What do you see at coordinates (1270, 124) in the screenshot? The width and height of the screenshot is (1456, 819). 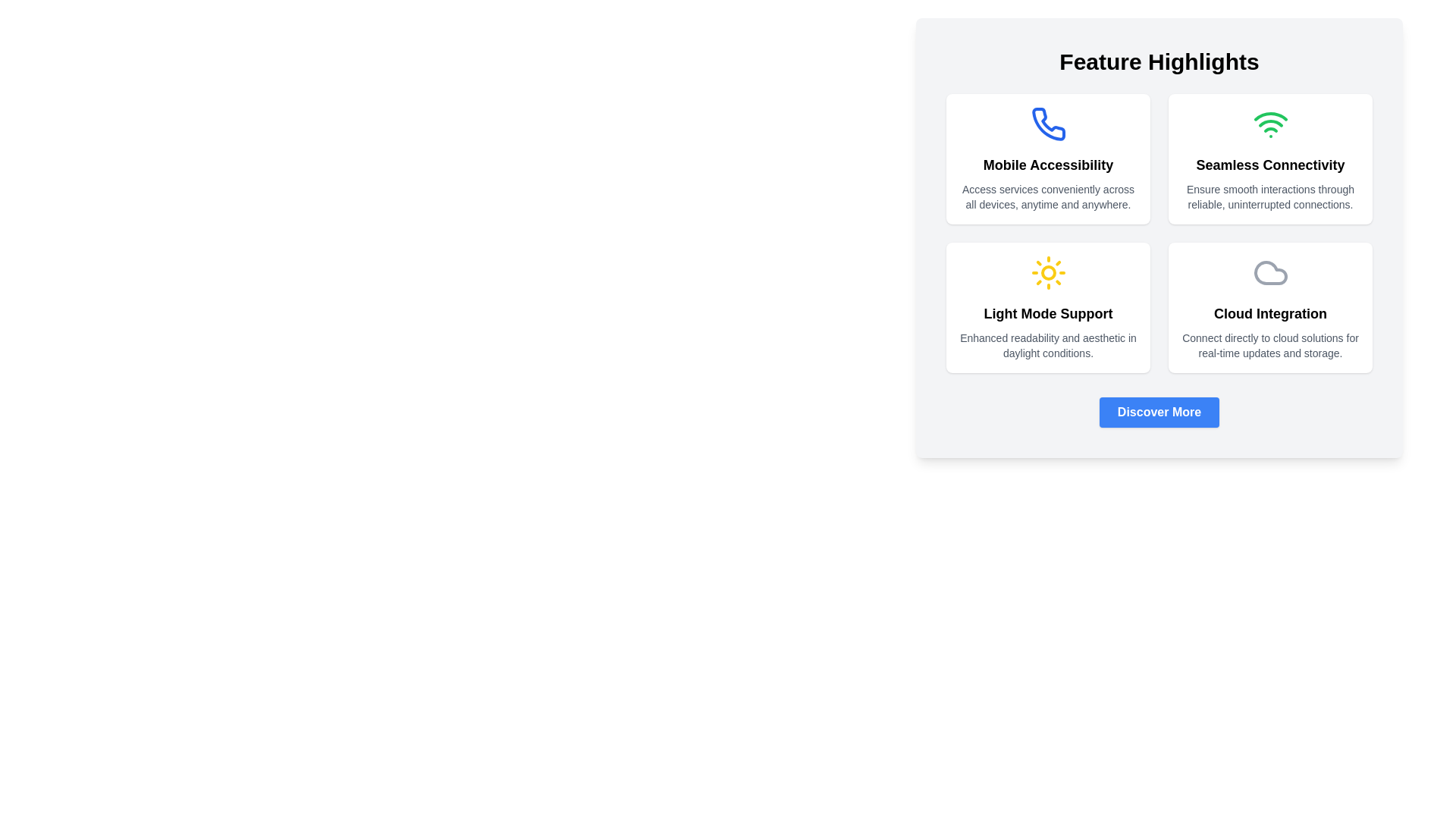 I see `the wireless connectivity icon located at the top of the 'Seamless Connectivity' card, which is centered horizontally above the card's title text` at bounding box center [1270, 124].